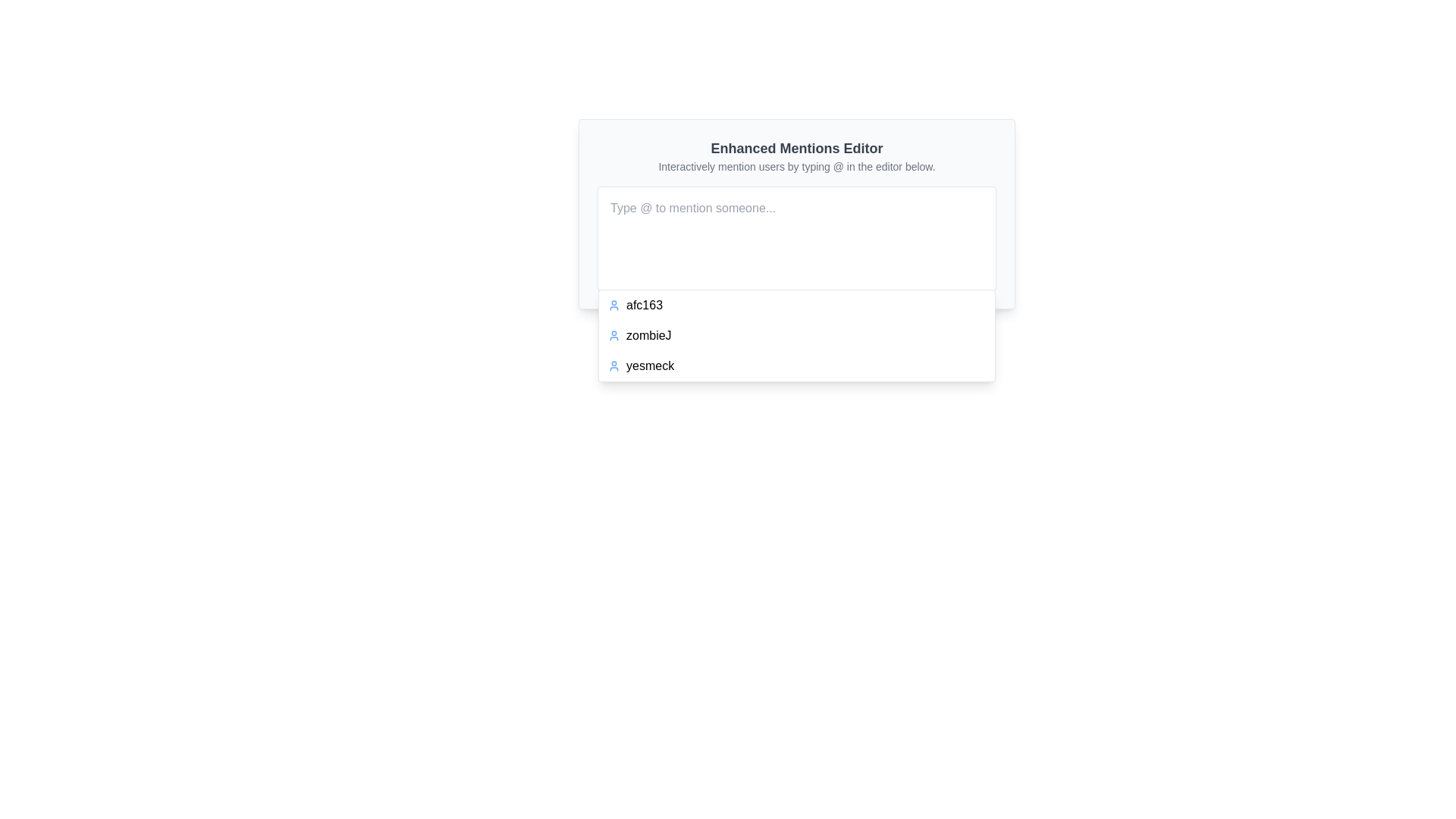 The image size is (1456, 819). What do you see at coordinates (614, 335) in the screenshot?
I see `the user icon located at the top-right section of the interface, which is positioned to the left of the text label 'zombieJ'` at bounding box center [614, 335].